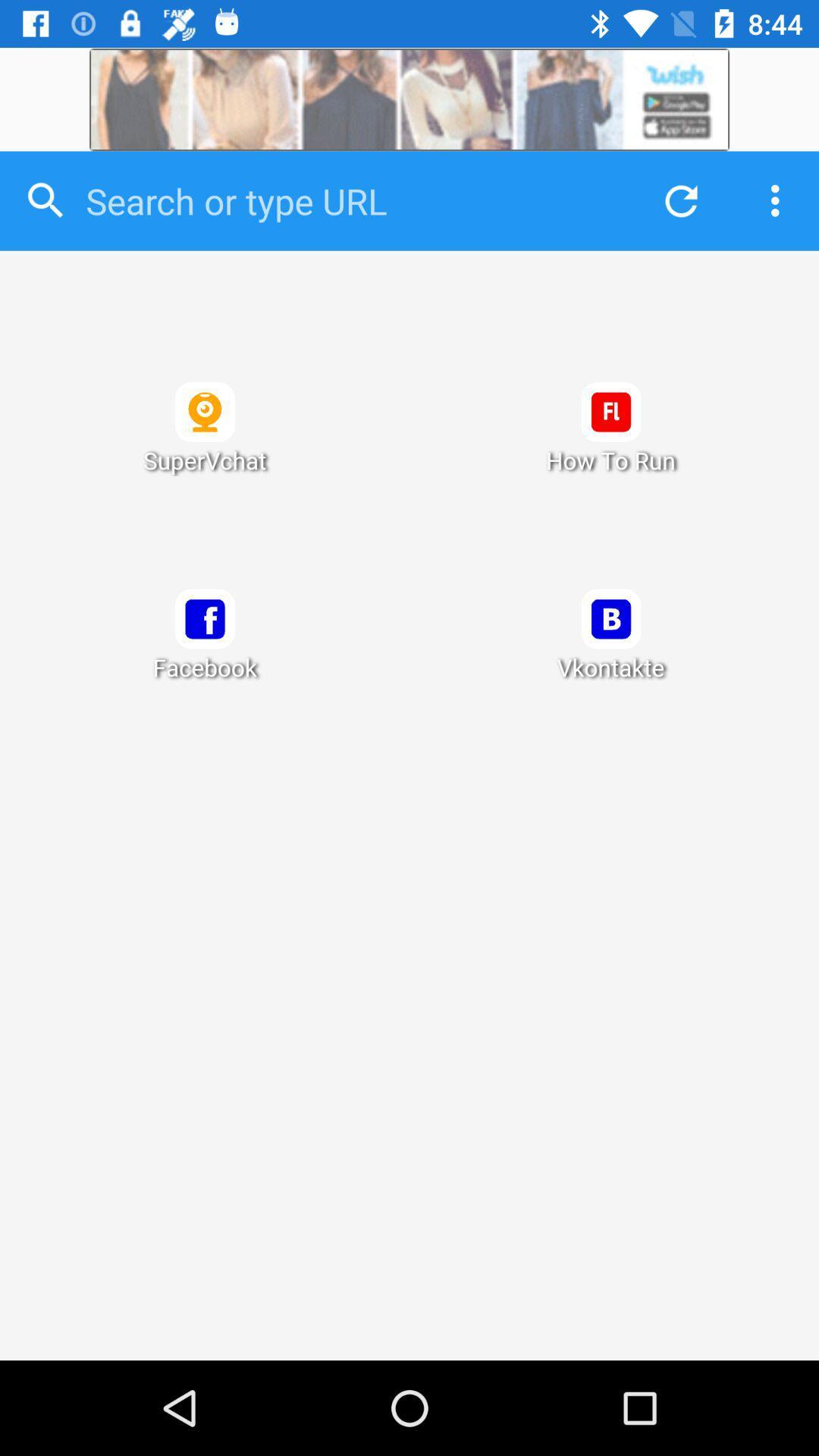  Describe the element at coordinates (409, 805) in the screenshot. I see `entire clickable area` at that location.